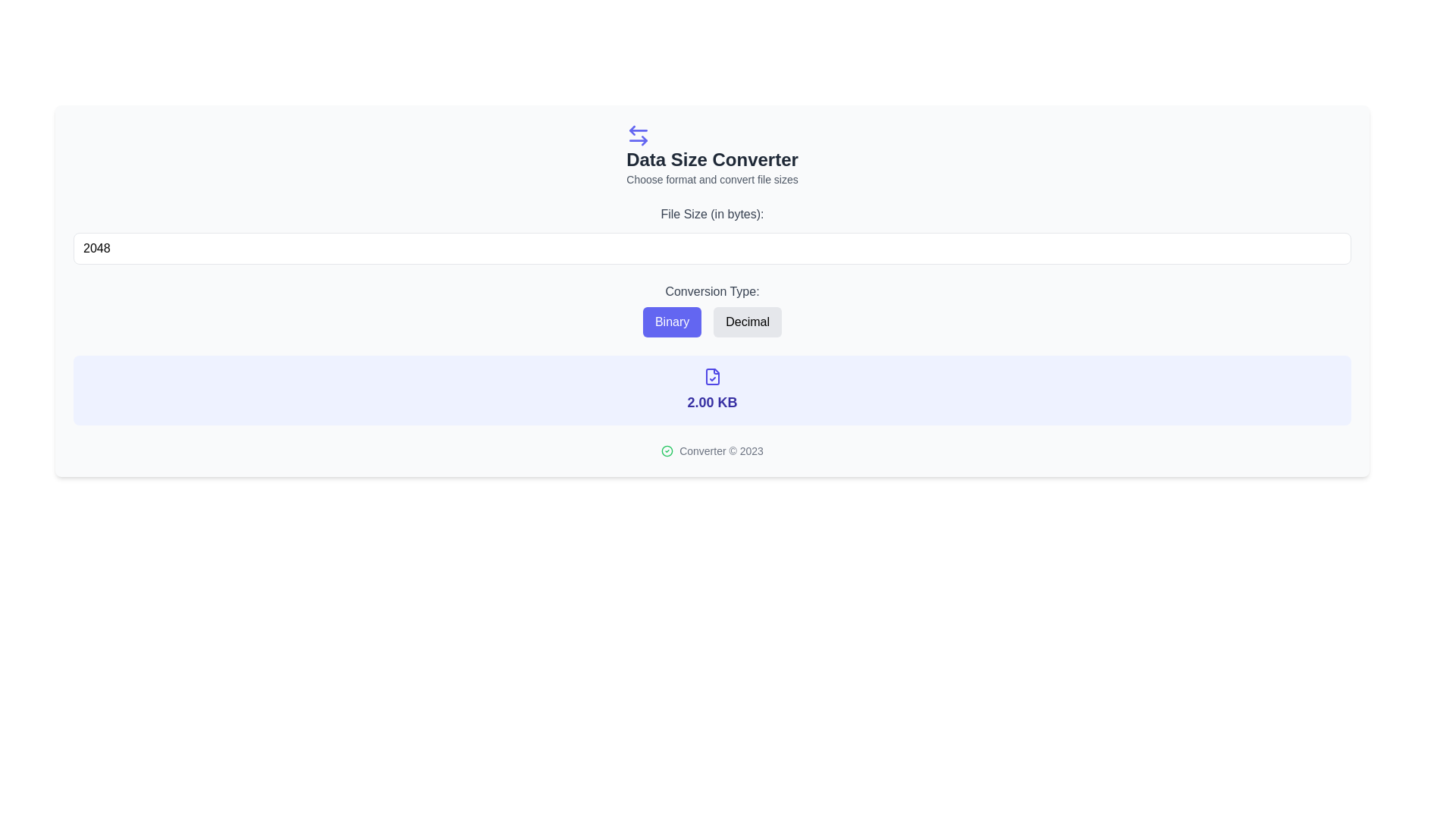  What do you see at coordinates (711, 160) in the screenshot?
I see `main title text located centrally at the top of the page, which describes the purpose of converting data sizes and is positioned above the descriptive text 'Choose format and convert file sizes'` at bounding box center [711, 160].